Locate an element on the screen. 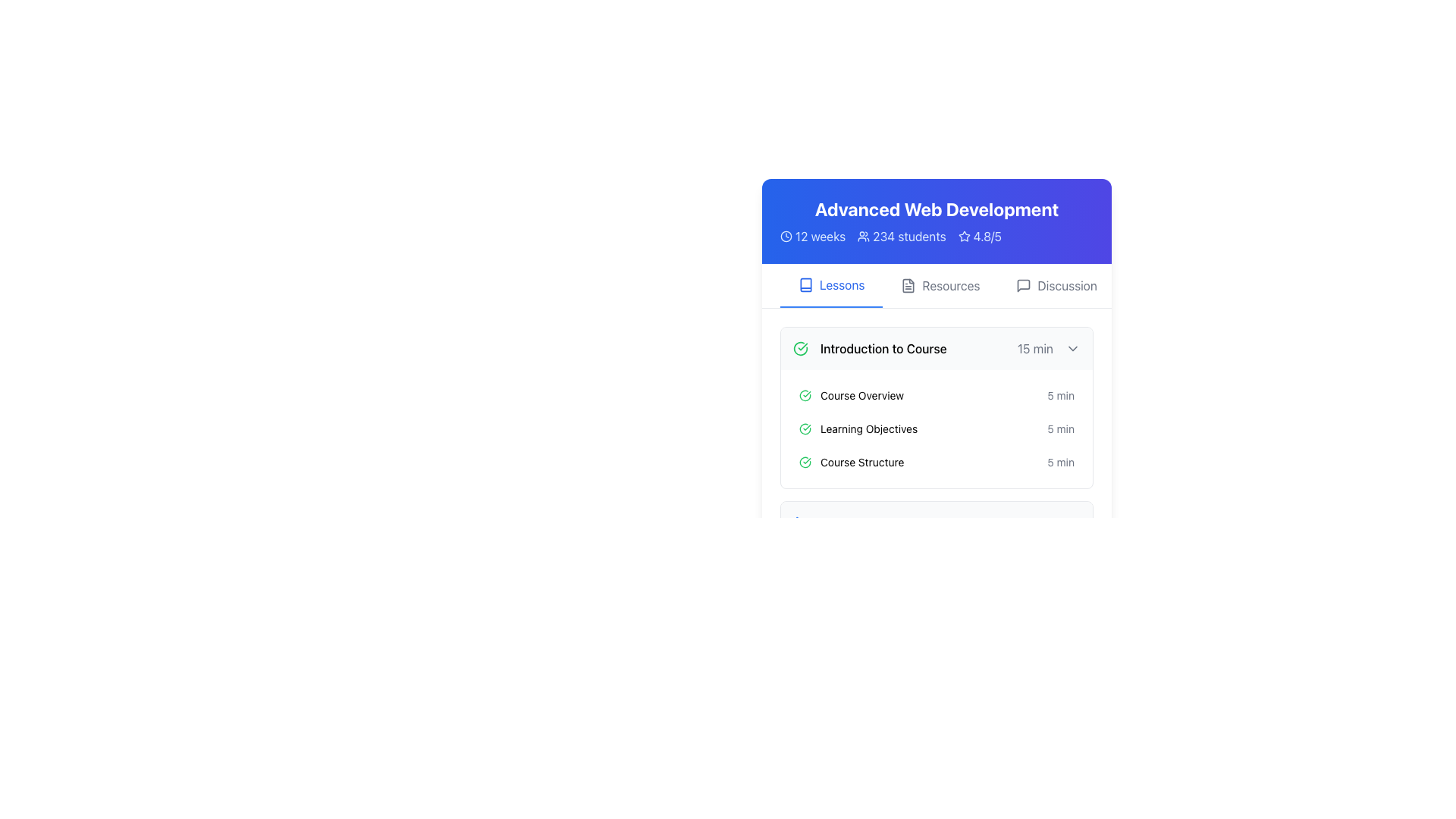 This screenshot has height=819, width=1456. the sub-topic module within the course syllabus, which is located below the 'Course Overview' entry and above the 'Course Structure' entry in the 'Introduction to Course' section is located at coordinates (936, 429).